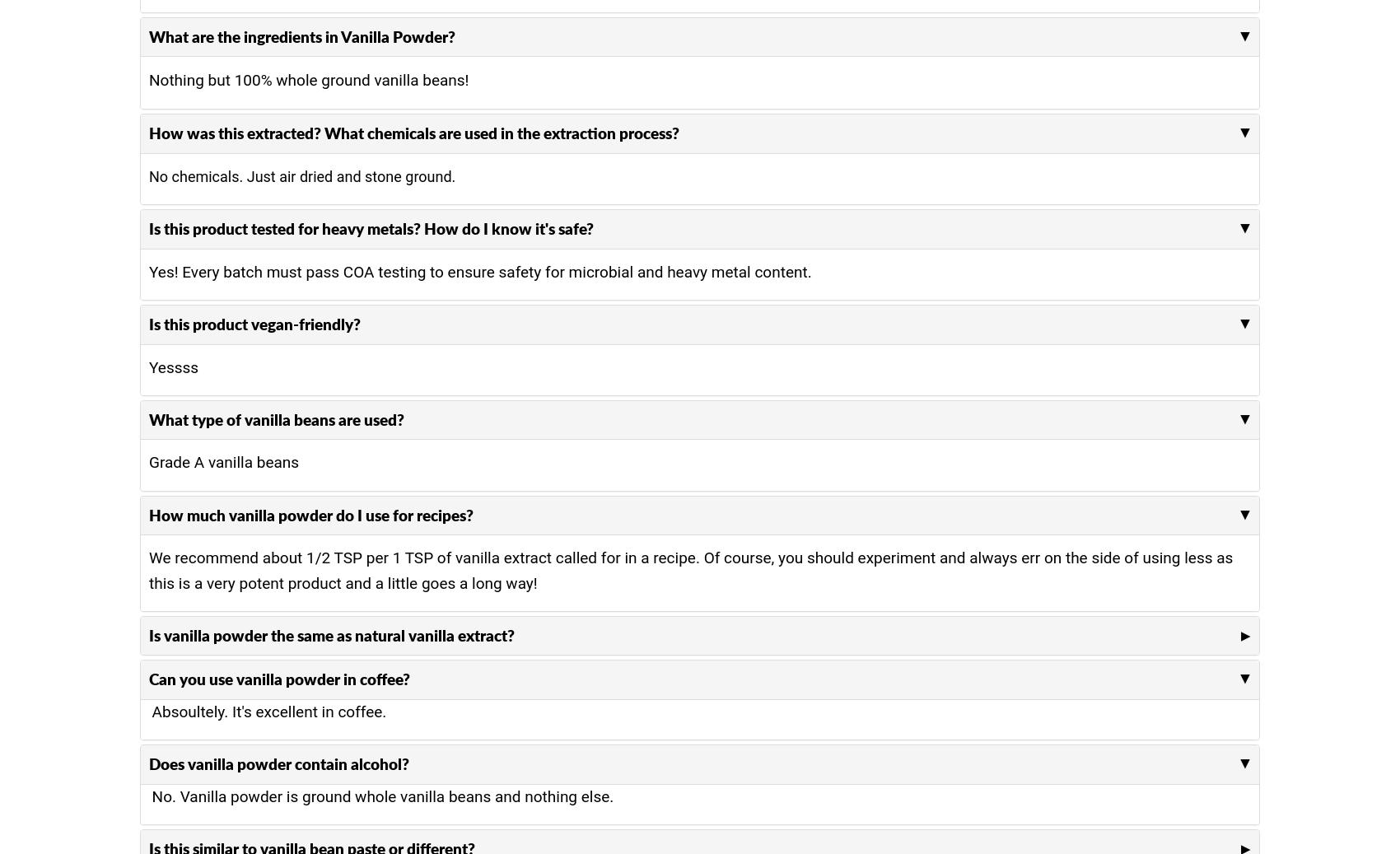 Image resolution: width=1400 pixels, height=854 pixels. I want to click on 'No chemicals. Just air dried and stone ground.', so click(301, 175).